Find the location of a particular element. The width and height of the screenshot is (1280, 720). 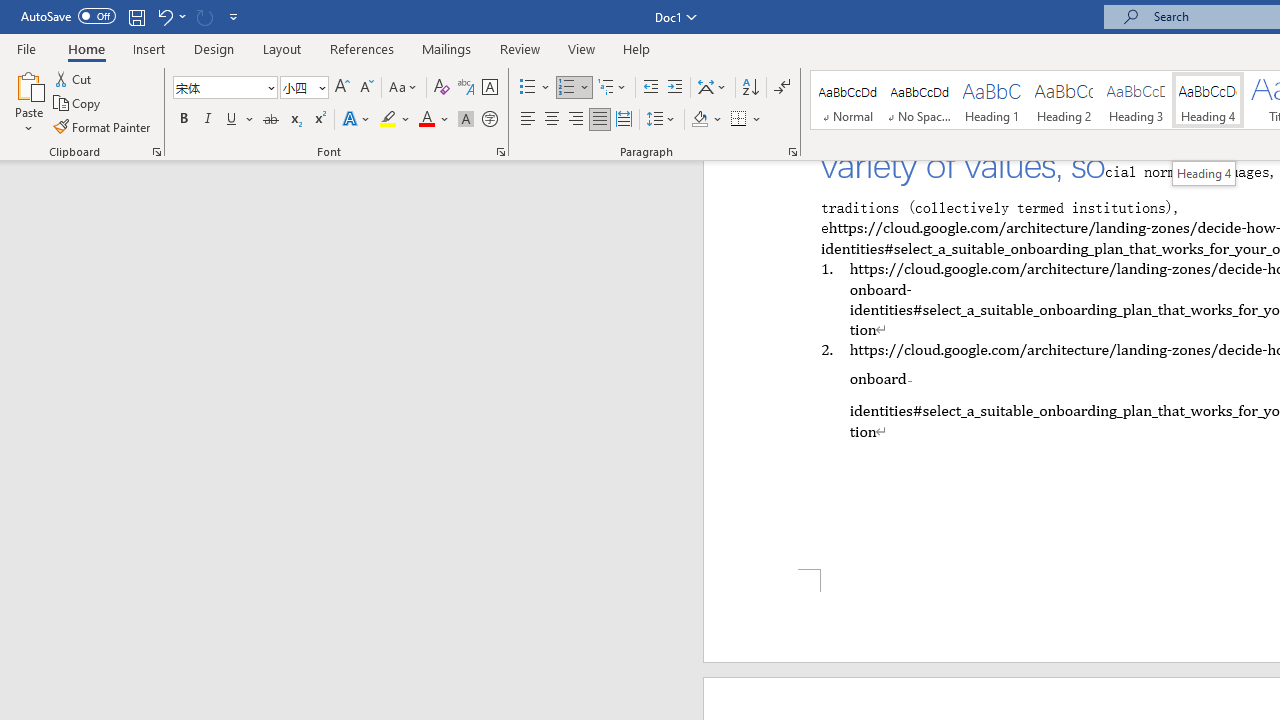

'Font Color Automatic' is located at coordinates (425, 119).